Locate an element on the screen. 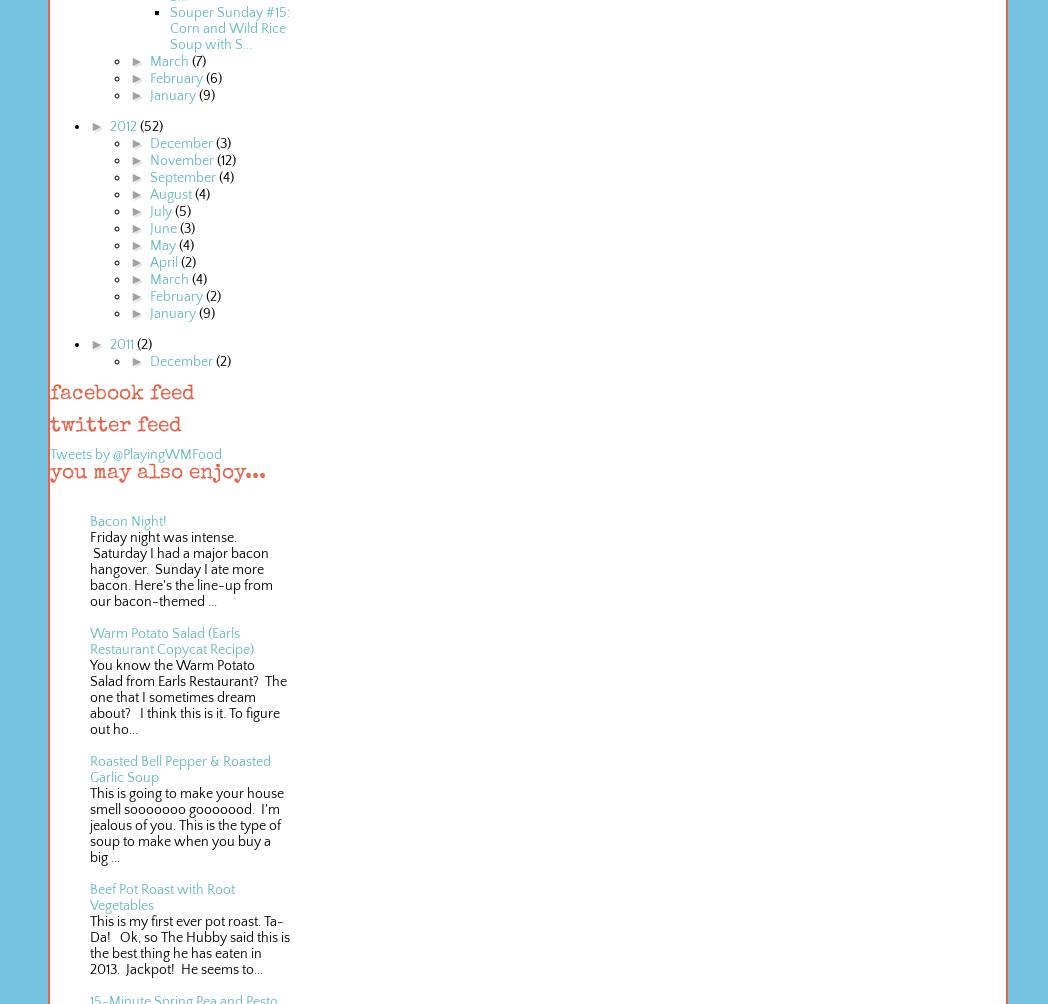  'Warm Potato Salad (Earls Restaurant Copycat Recipe)' is located at coordinates (89, 640).